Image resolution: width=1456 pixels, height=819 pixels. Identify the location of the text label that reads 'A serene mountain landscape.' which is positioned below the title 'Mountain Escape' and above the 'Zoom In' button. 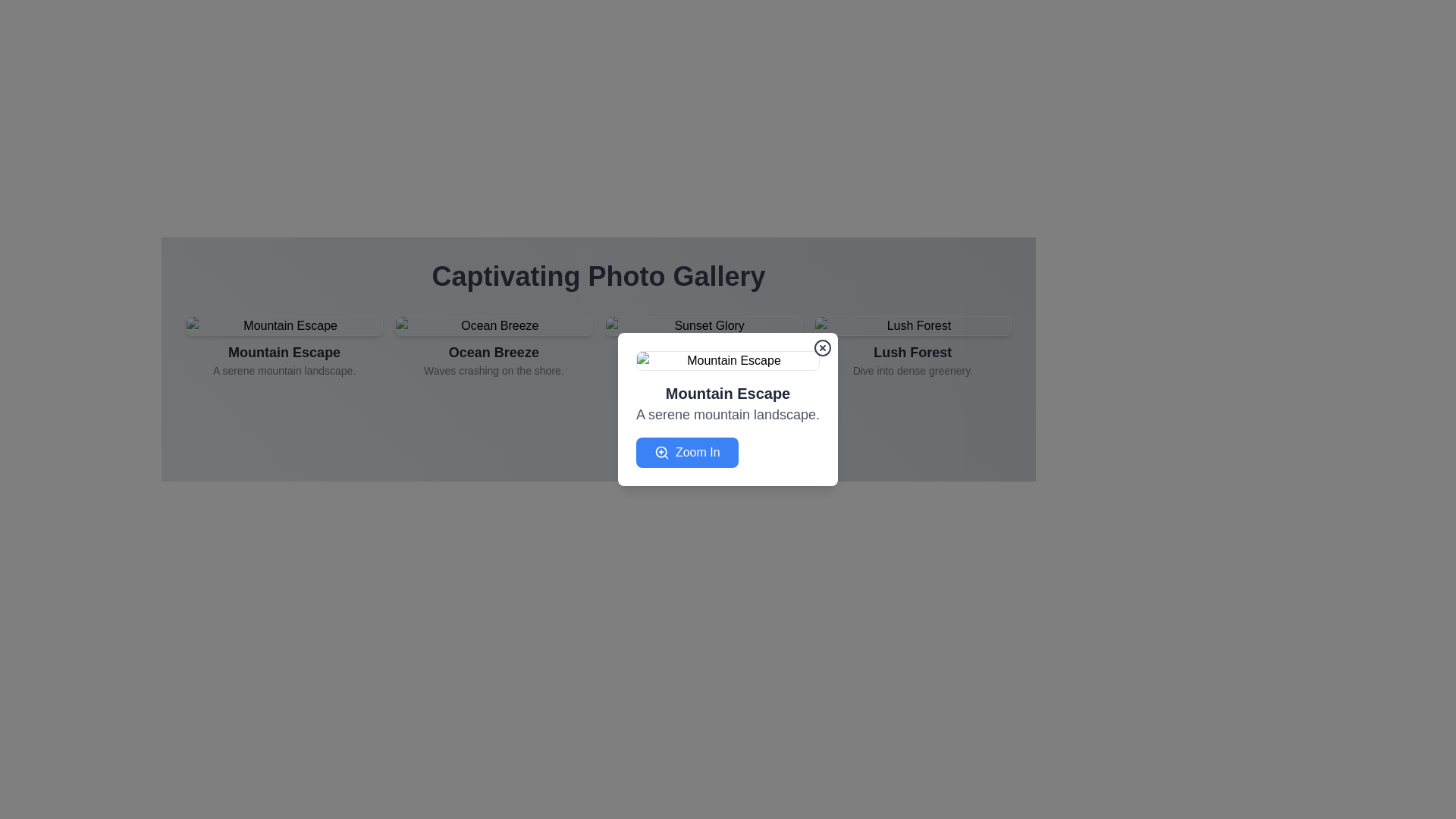
(728, 415).